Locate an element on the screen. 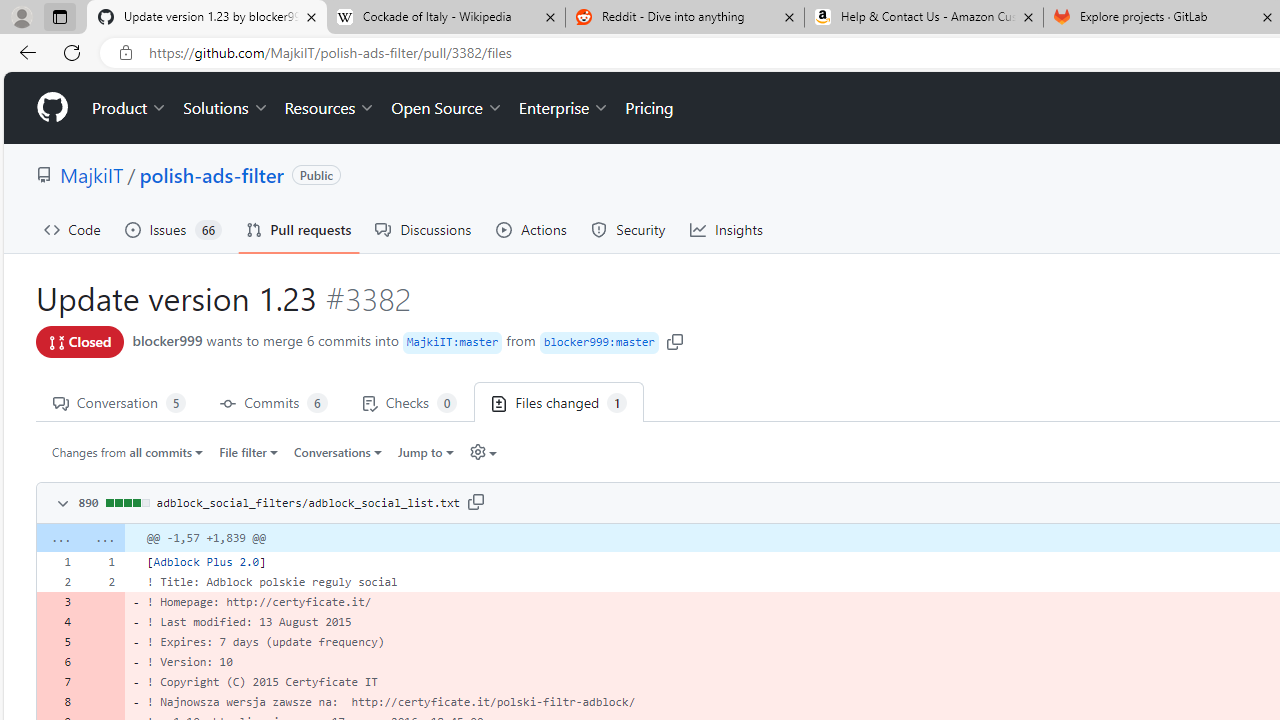 This screenshot has width=1280, height=720. 'Resources' is located at coordinates (330, 108).